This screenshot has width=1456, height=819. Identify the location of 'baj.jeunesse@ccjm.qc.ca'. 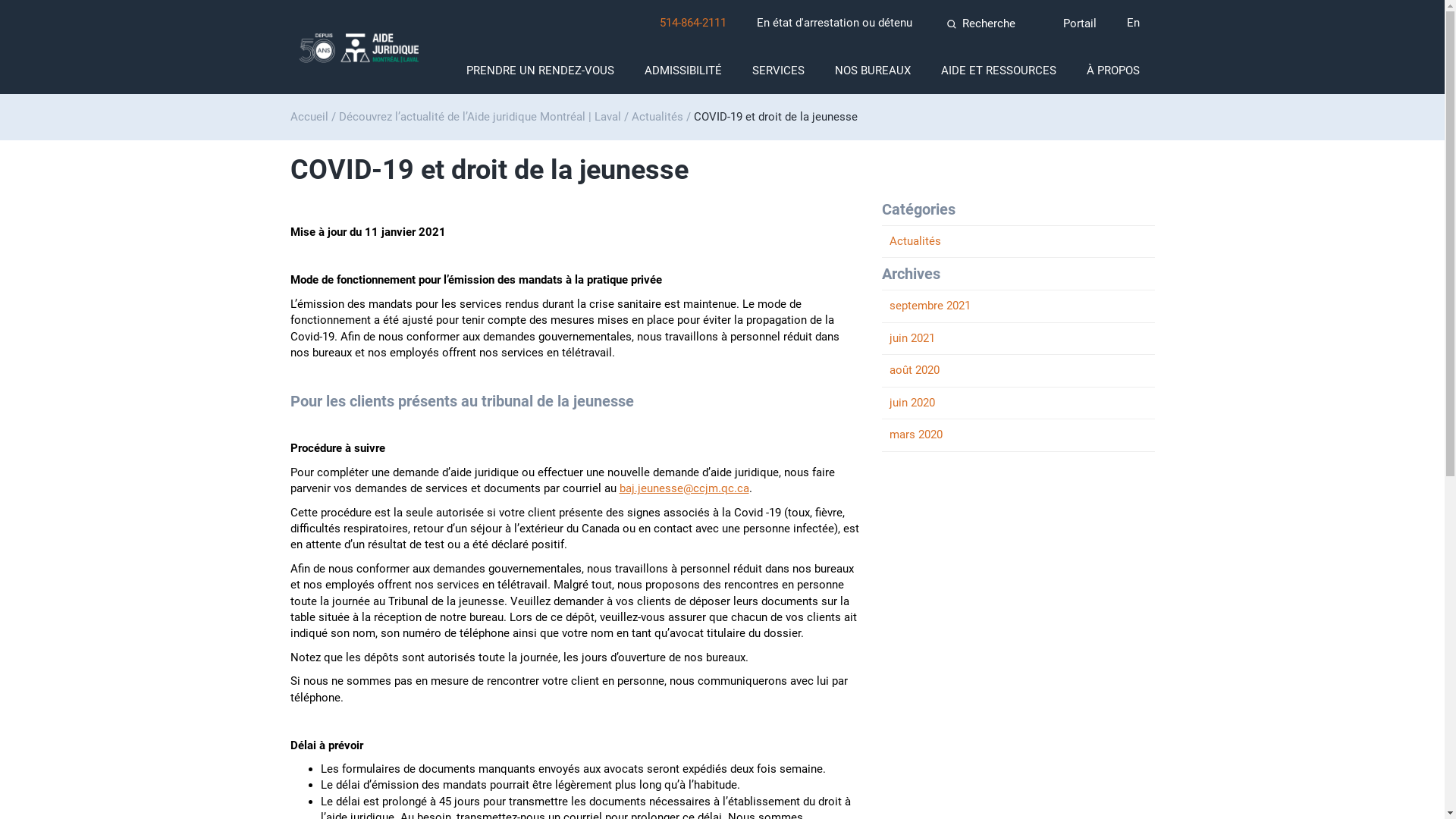
(682, 488).